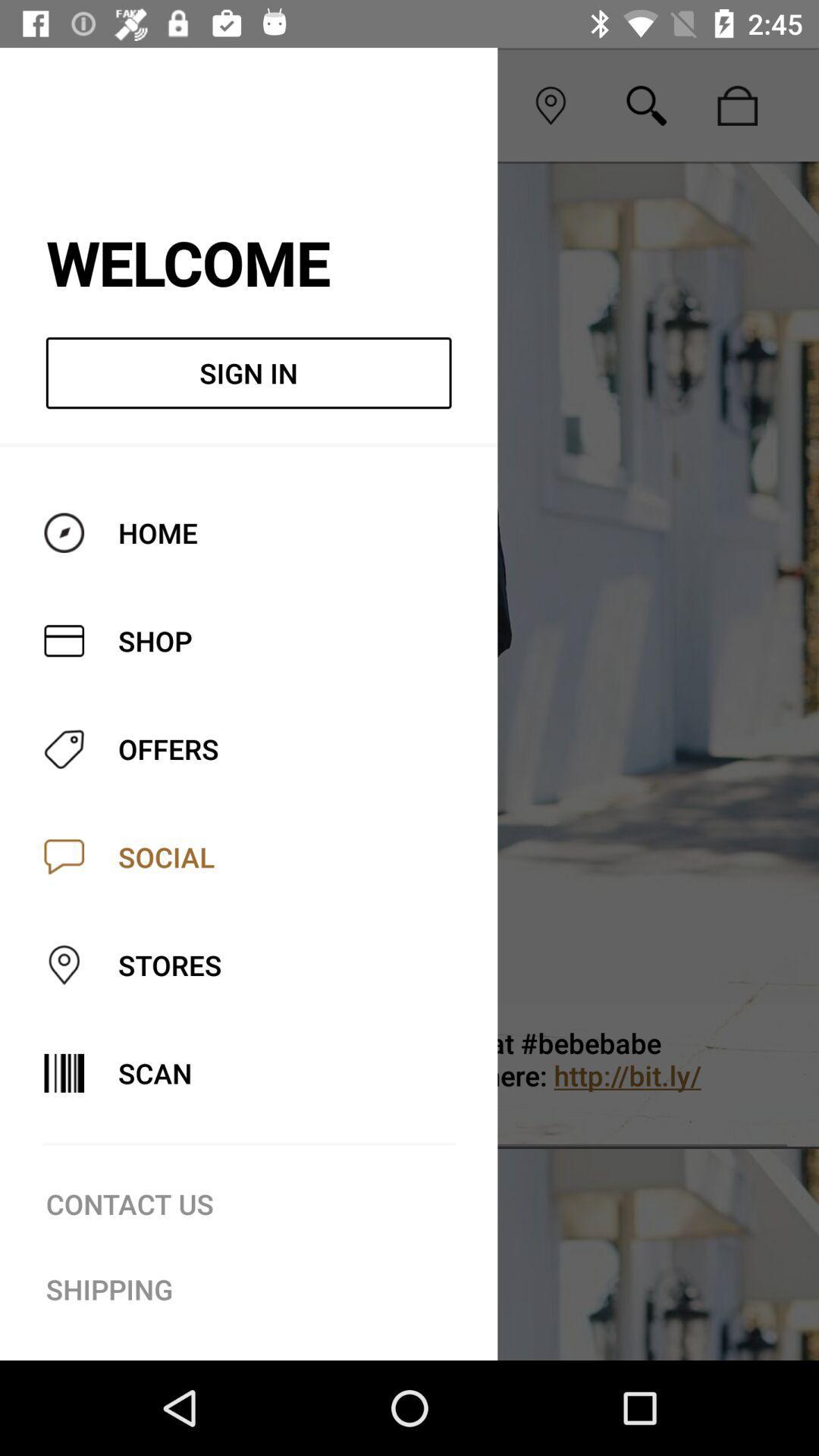  Describe the element at coordinates (472, 1075) in the screenshot. I see `embroidered bomber on item` at that location.